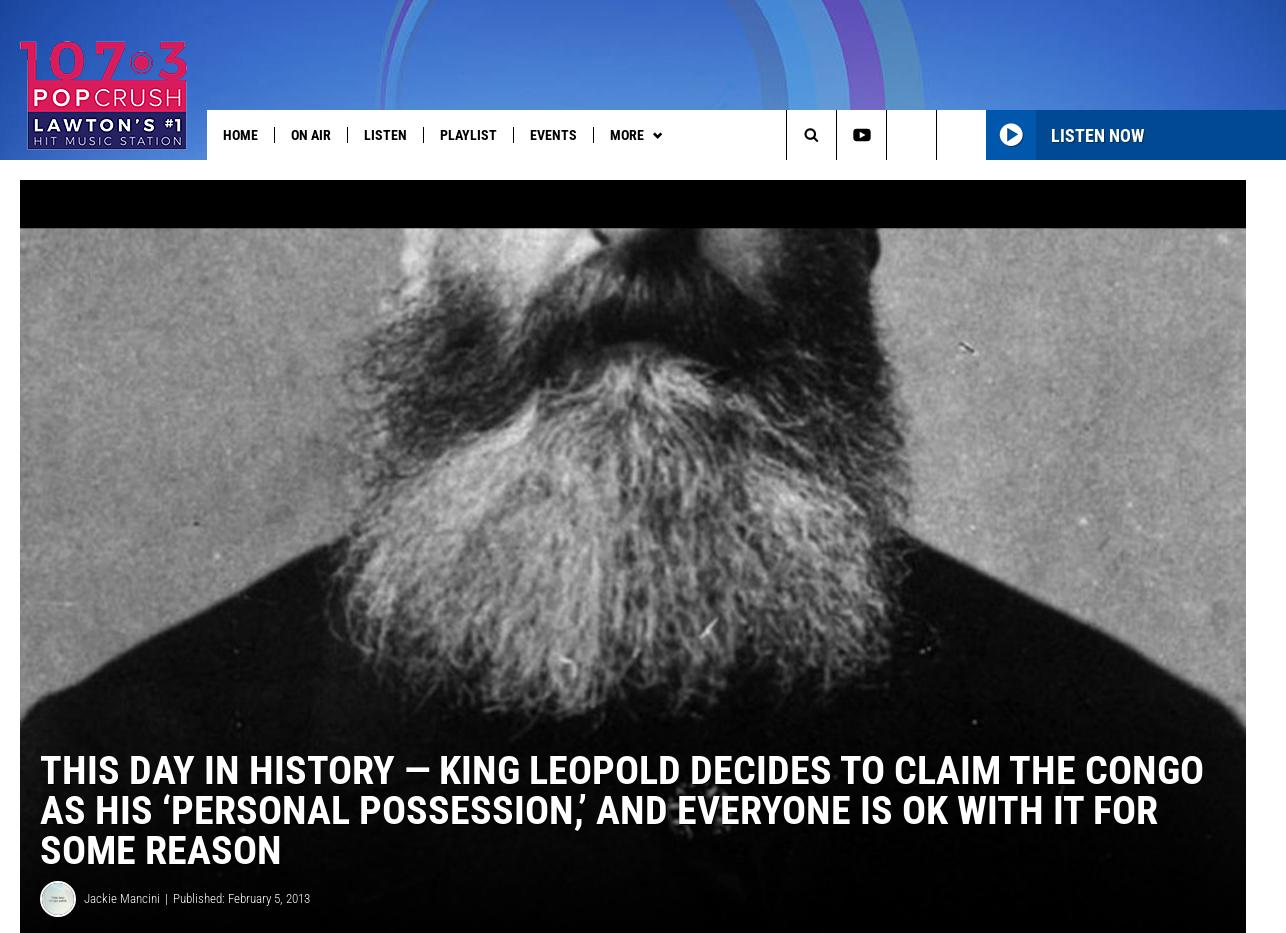  What do you see at coordinates (467, 134) in the screenshot?
I see `'Playlist'` at bounding box center [467, 134].